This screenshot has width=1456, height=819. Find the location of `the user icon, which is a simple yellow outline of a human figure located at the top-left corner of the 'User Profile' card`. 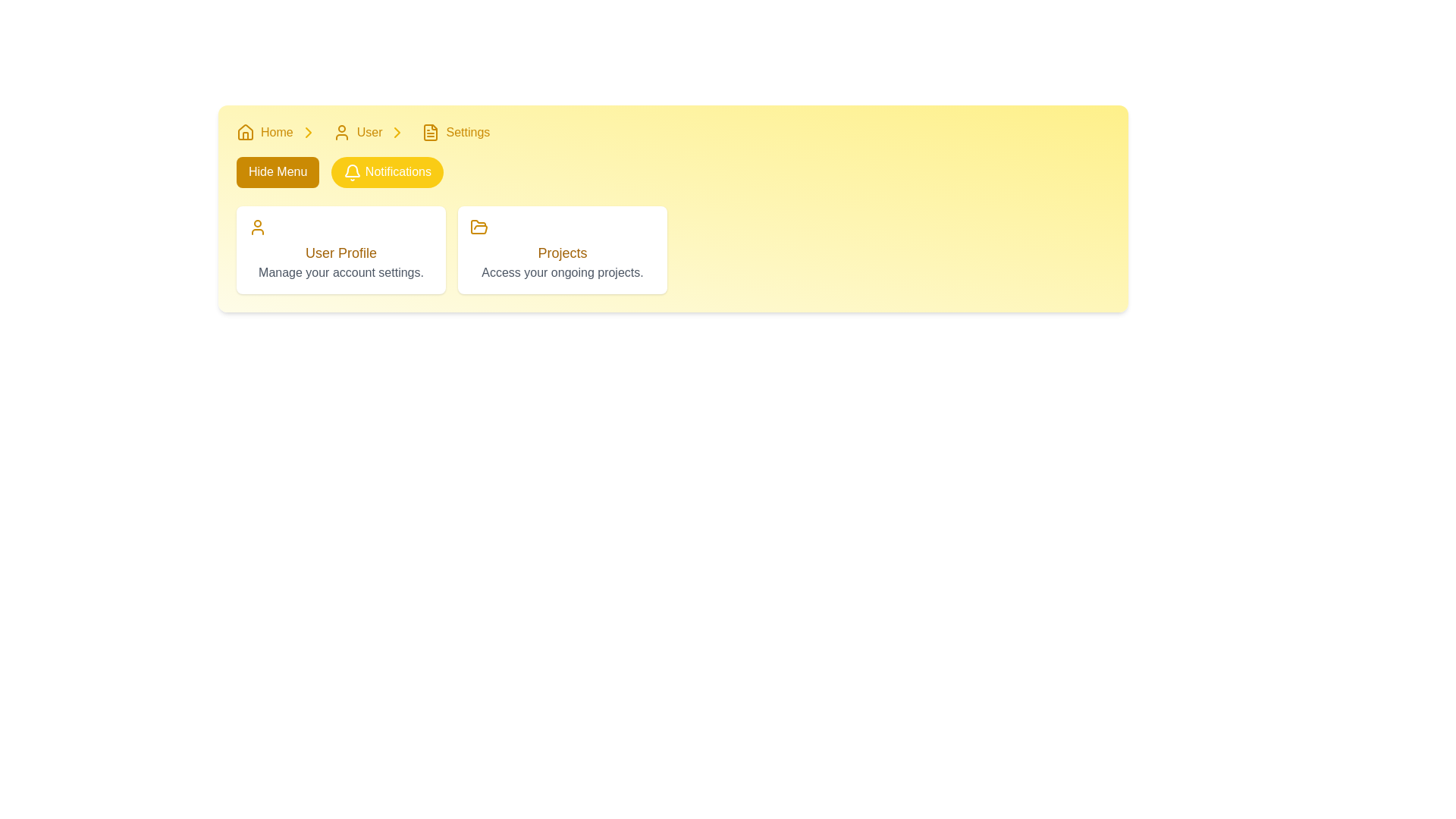

the user icon, which is a simple yellow outline of a human figure located at the top-left corner of the 'User Profile' card is located at coordinates (258, 227).